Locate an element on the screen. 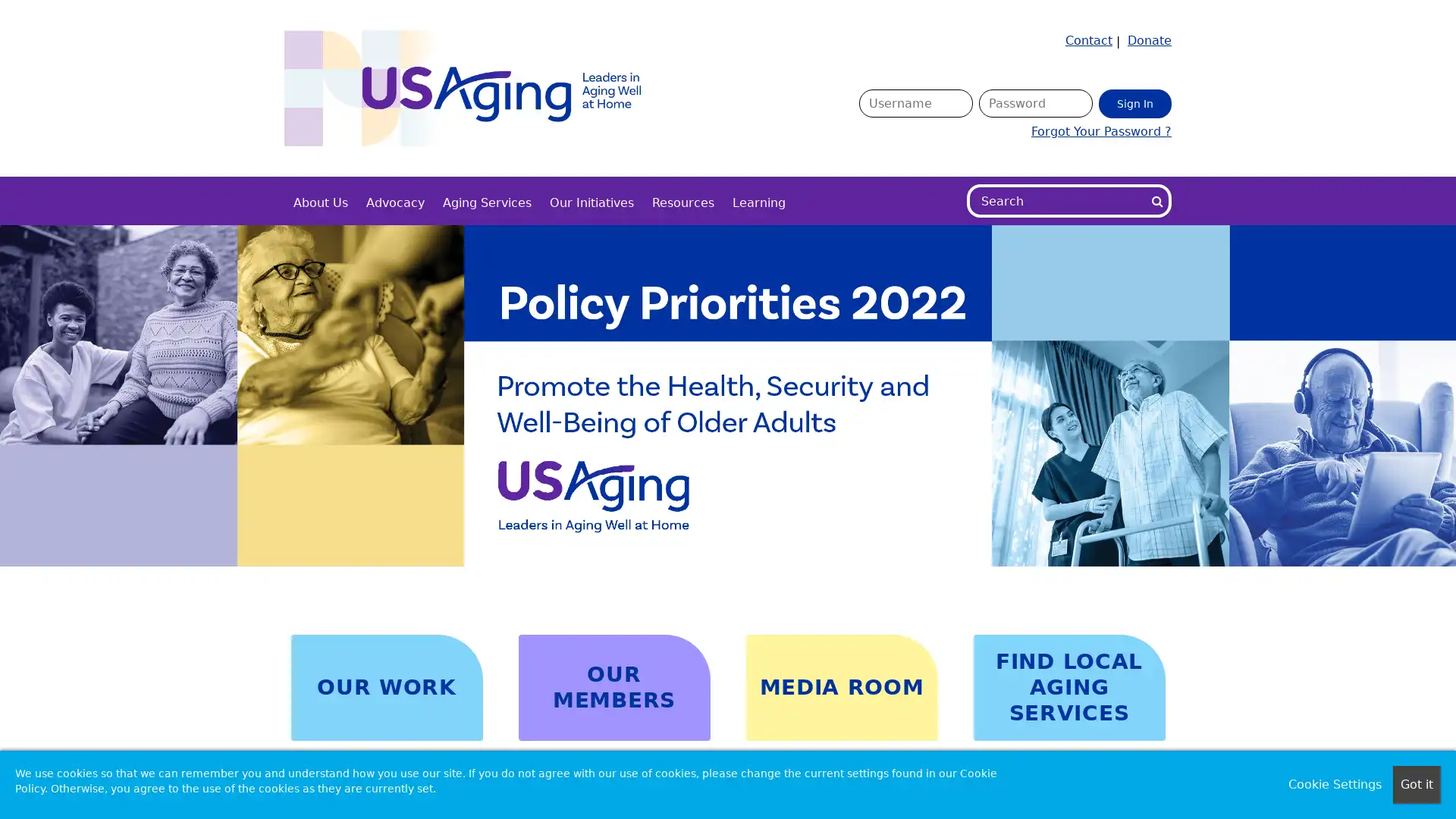 The width and height of the screenshot is (1456, 819). Got it is located at coordinates (1416, 784).